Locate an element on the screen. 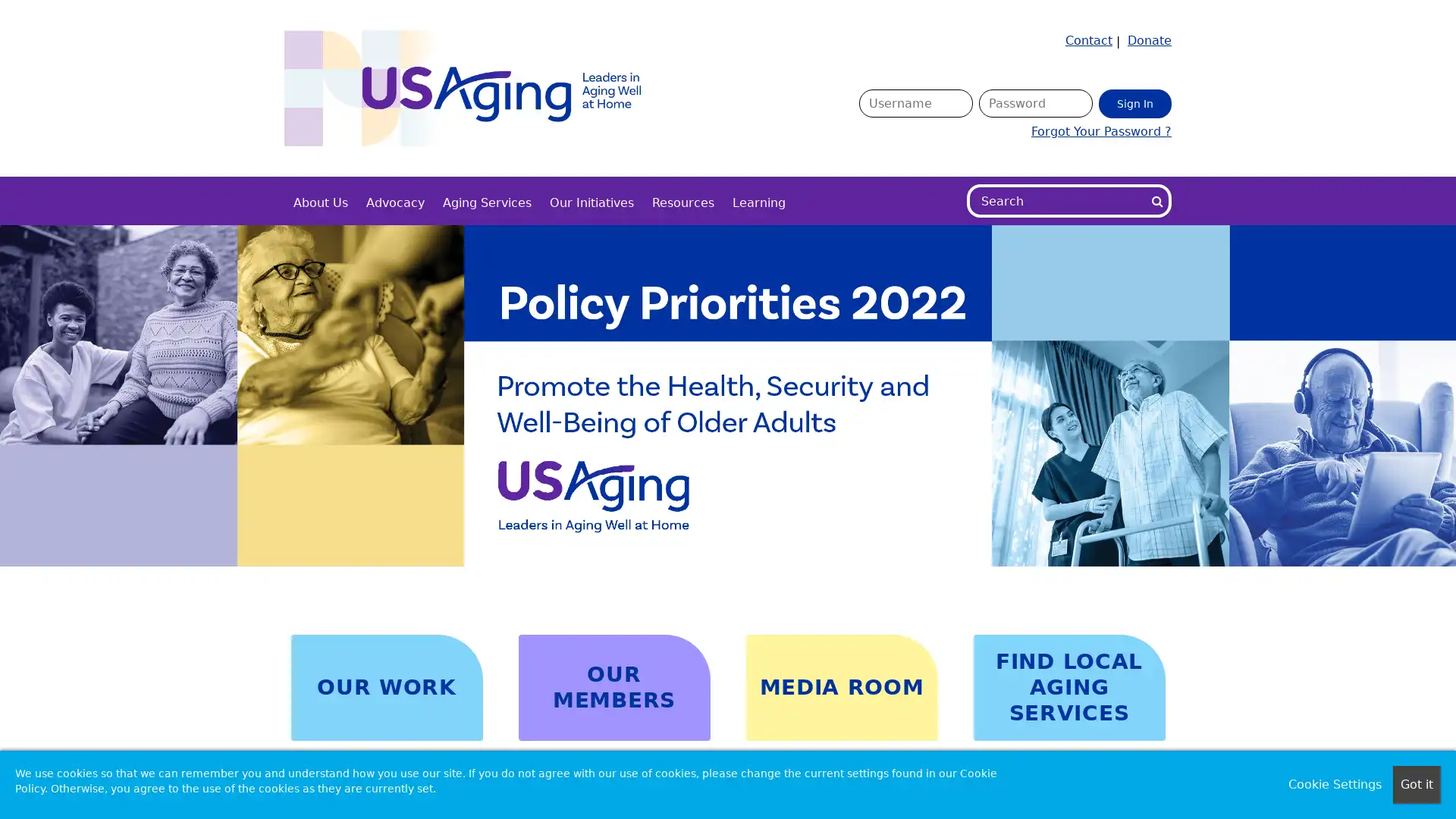 The width and height of the screenshot is (1456, 819). Got it is located at coordinates (1416, 784).